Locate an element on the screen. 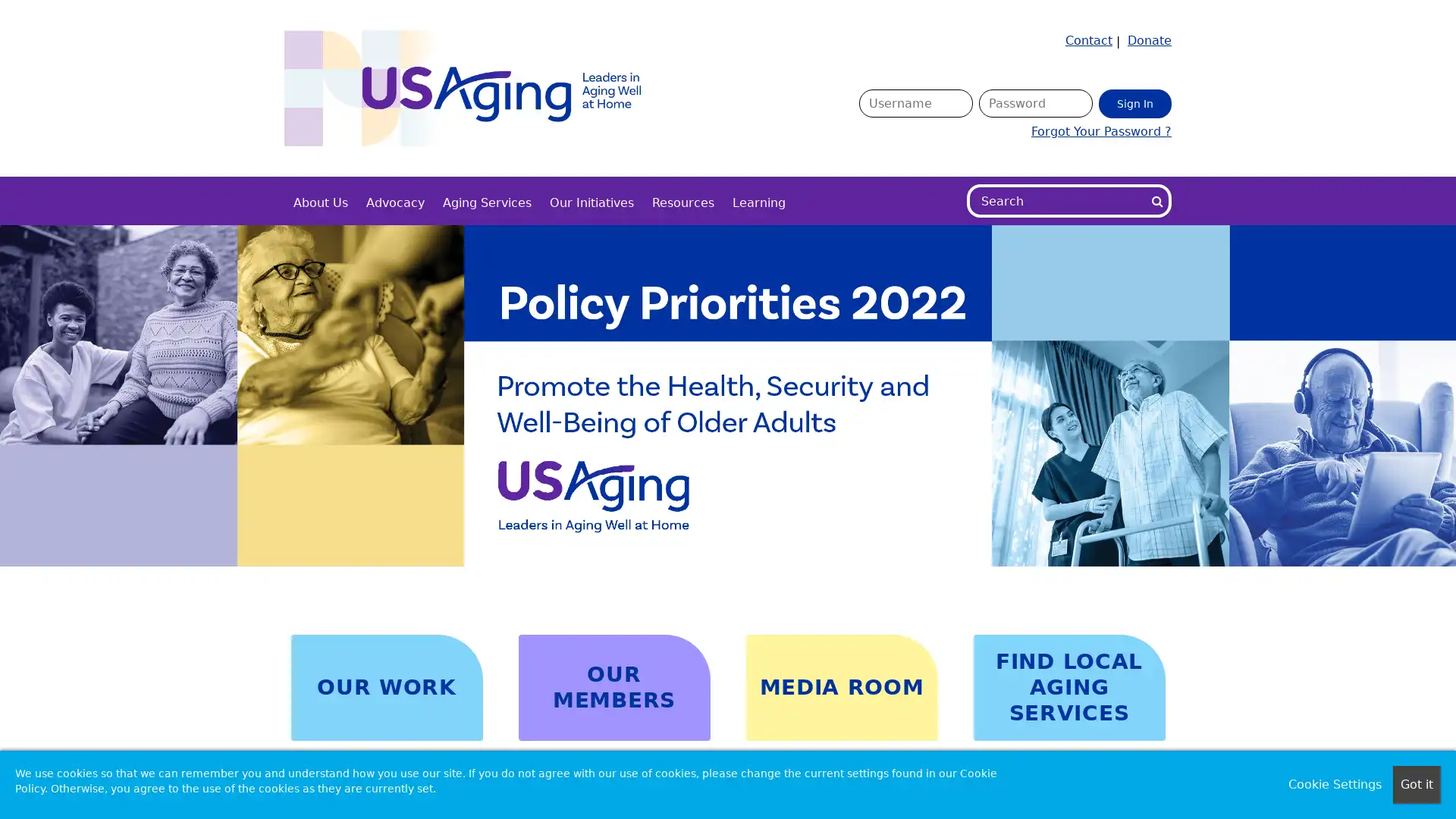 The width and height of the screenshot is (1456, 819). Got it is located at coordinates (1416, 784).